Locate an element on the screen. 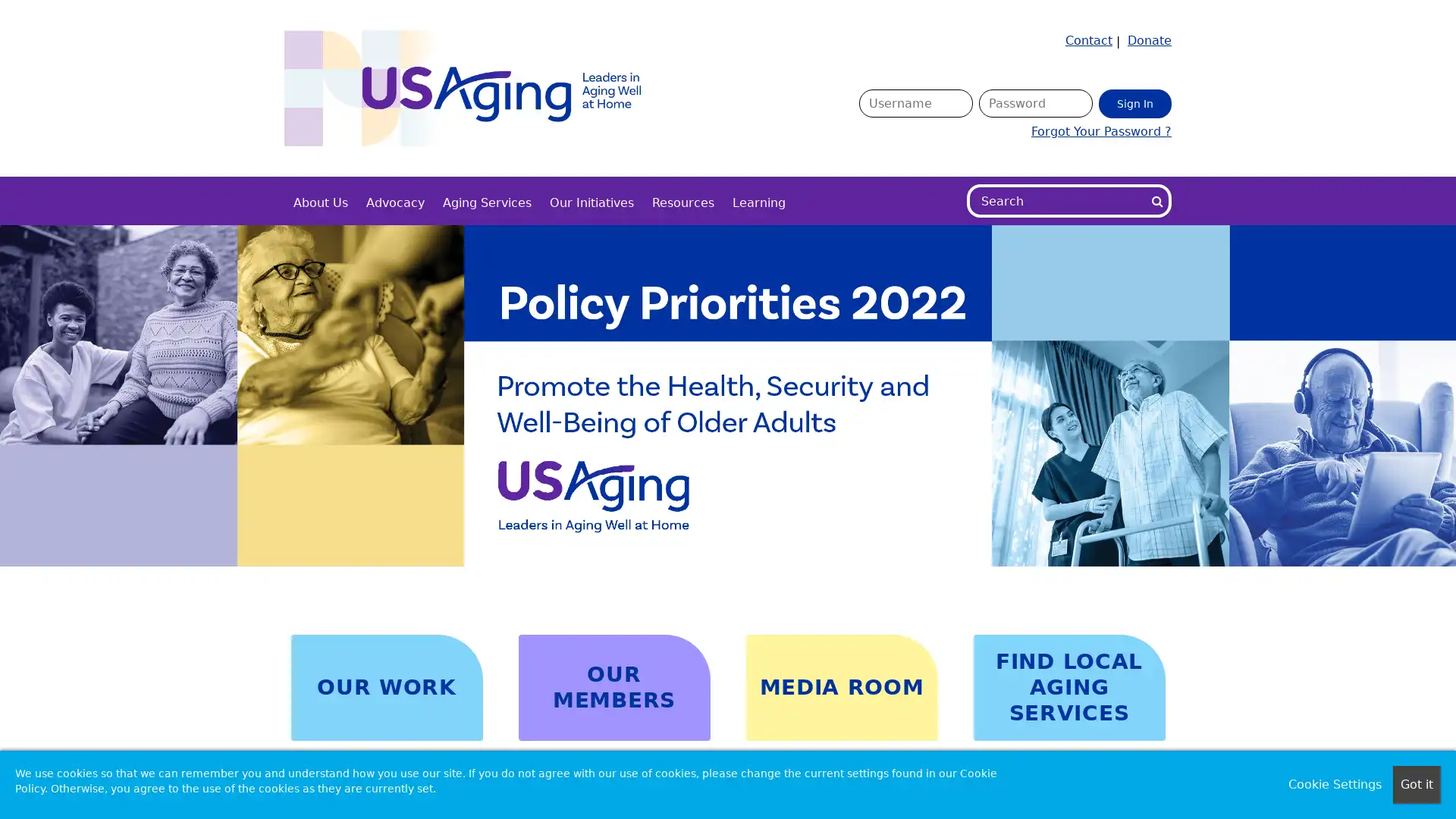 The width and height of the screenshot is (1456, 819). Got it is located at coordinates (1416, 784).